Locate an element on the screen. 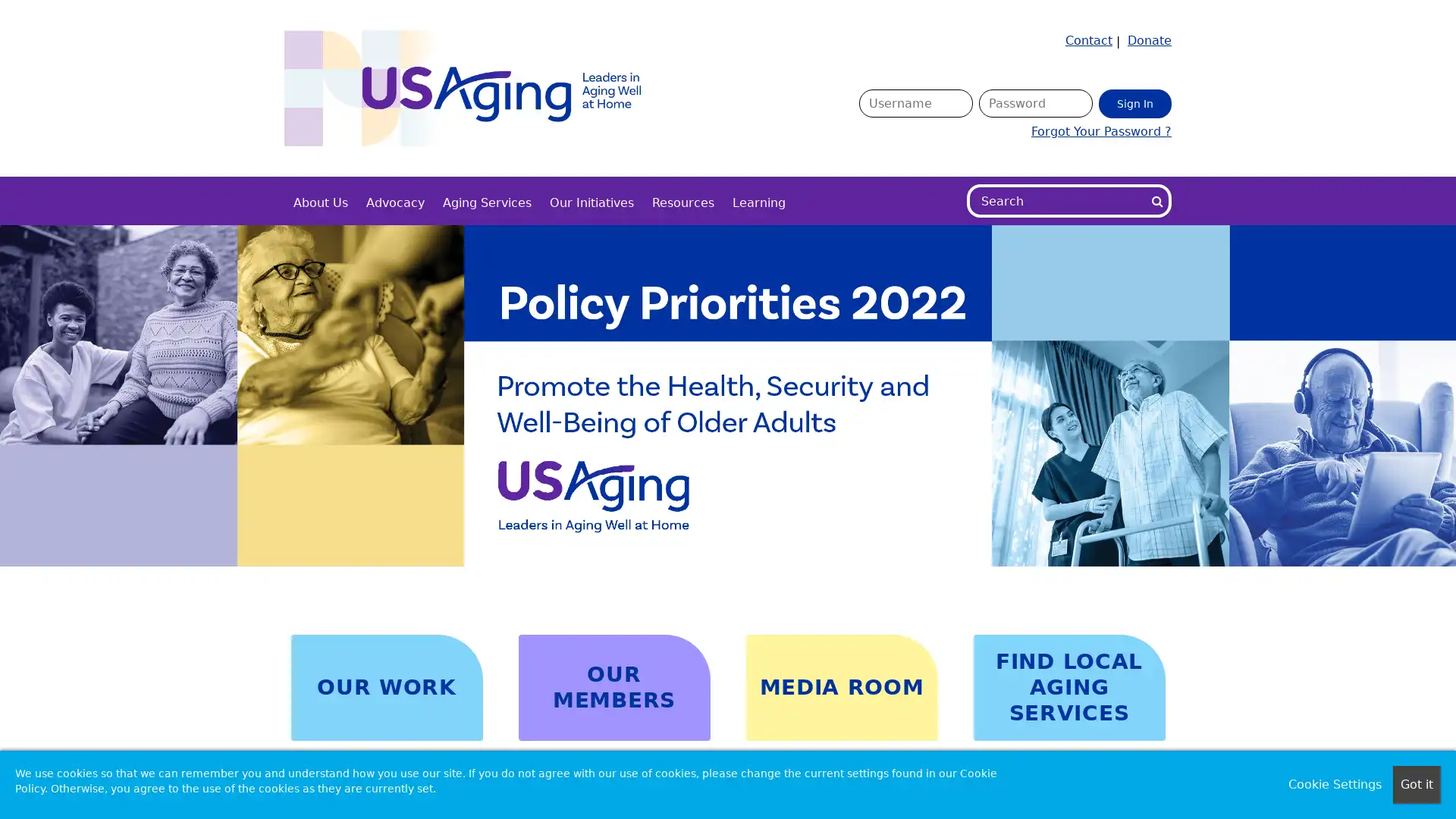 The width and height of the screenshot is (1456, 819). Got it is located at coordinates (1416, 784).